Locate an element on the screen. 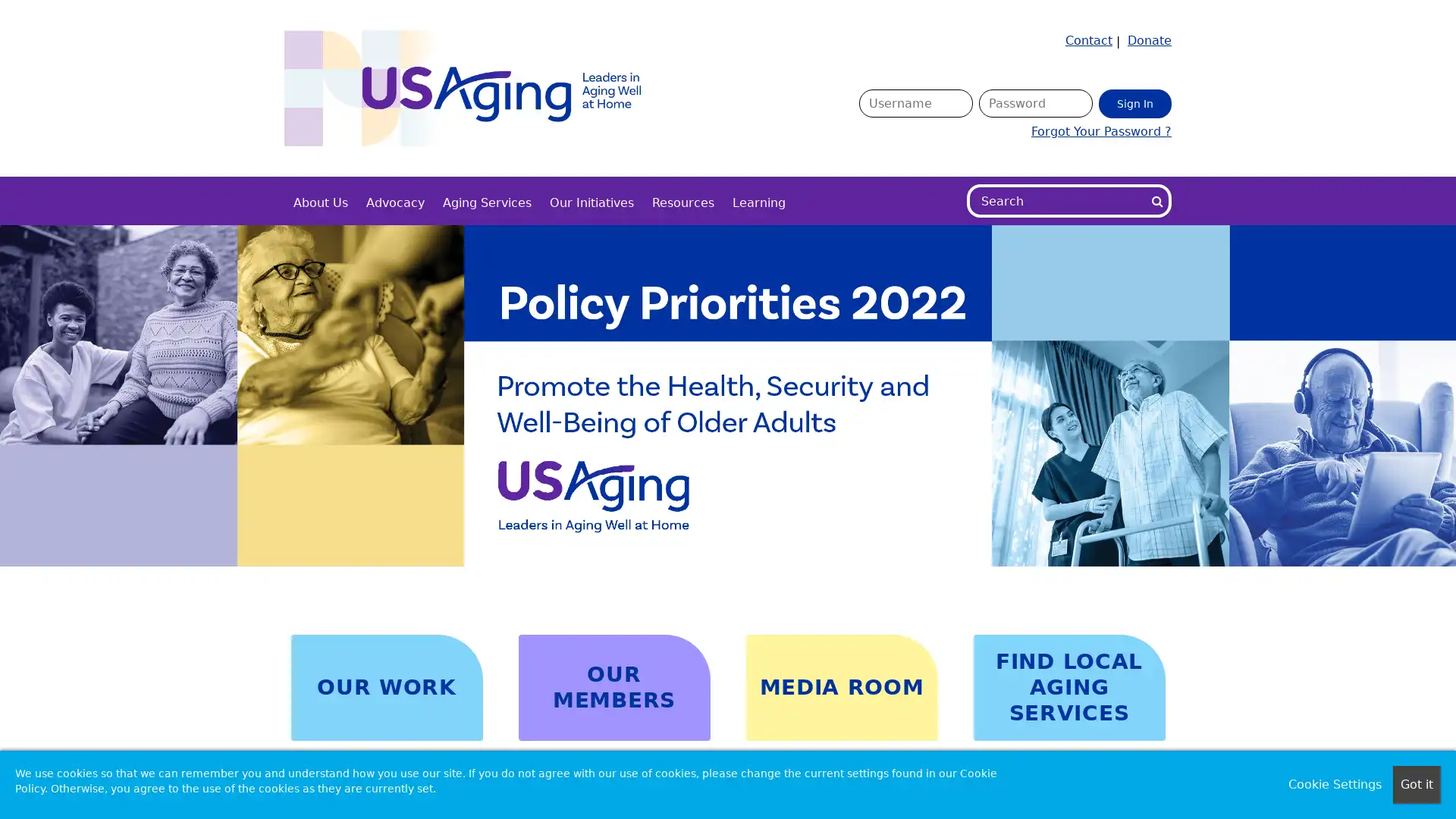 The width and height of the screenshot is (1456, 819). Got it is located at coordinates (1416, 784).